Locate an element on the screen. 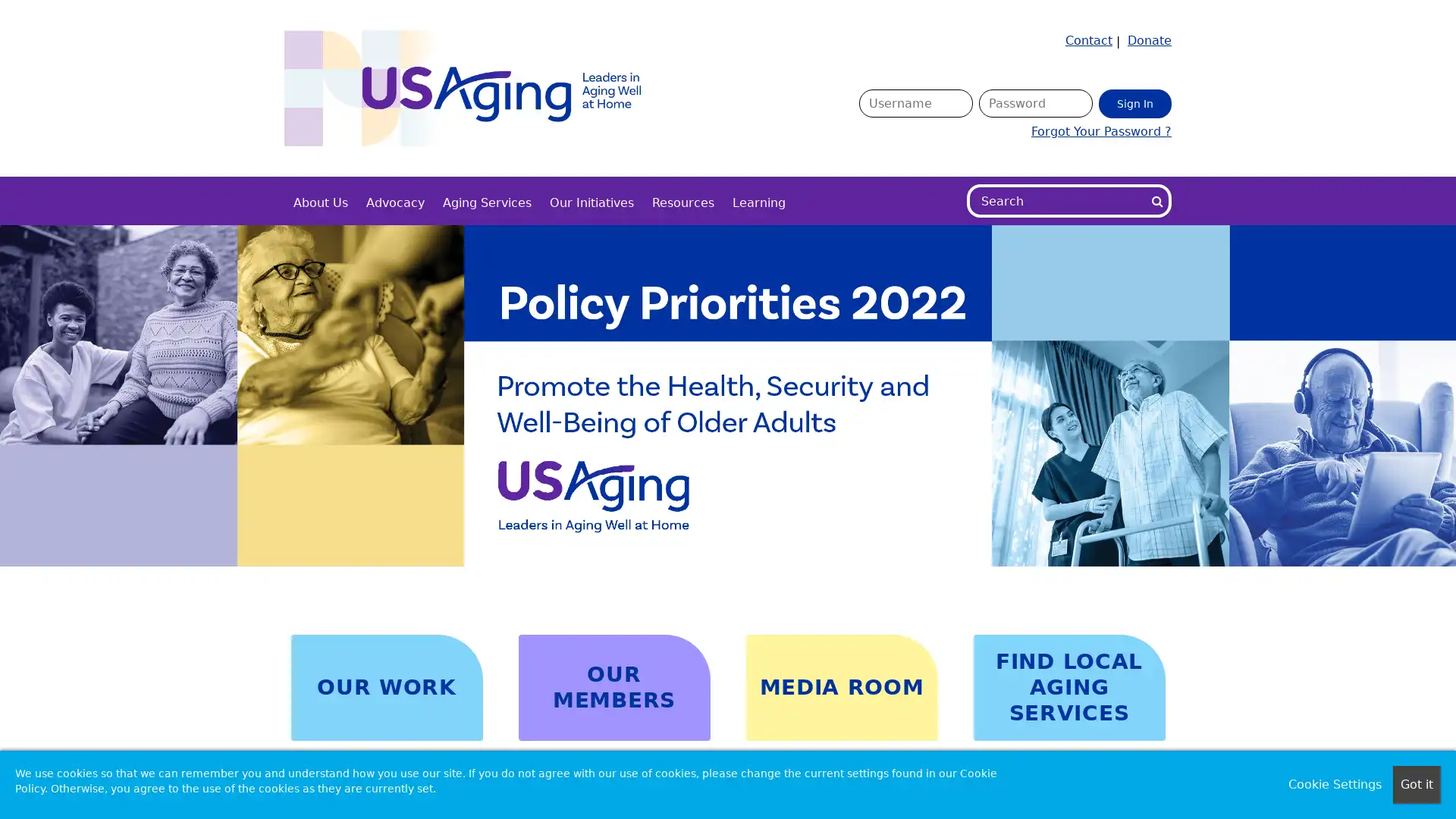 The width and height of the screenshot is (1456, 819). Got it is located at coordinates (1416, 784).